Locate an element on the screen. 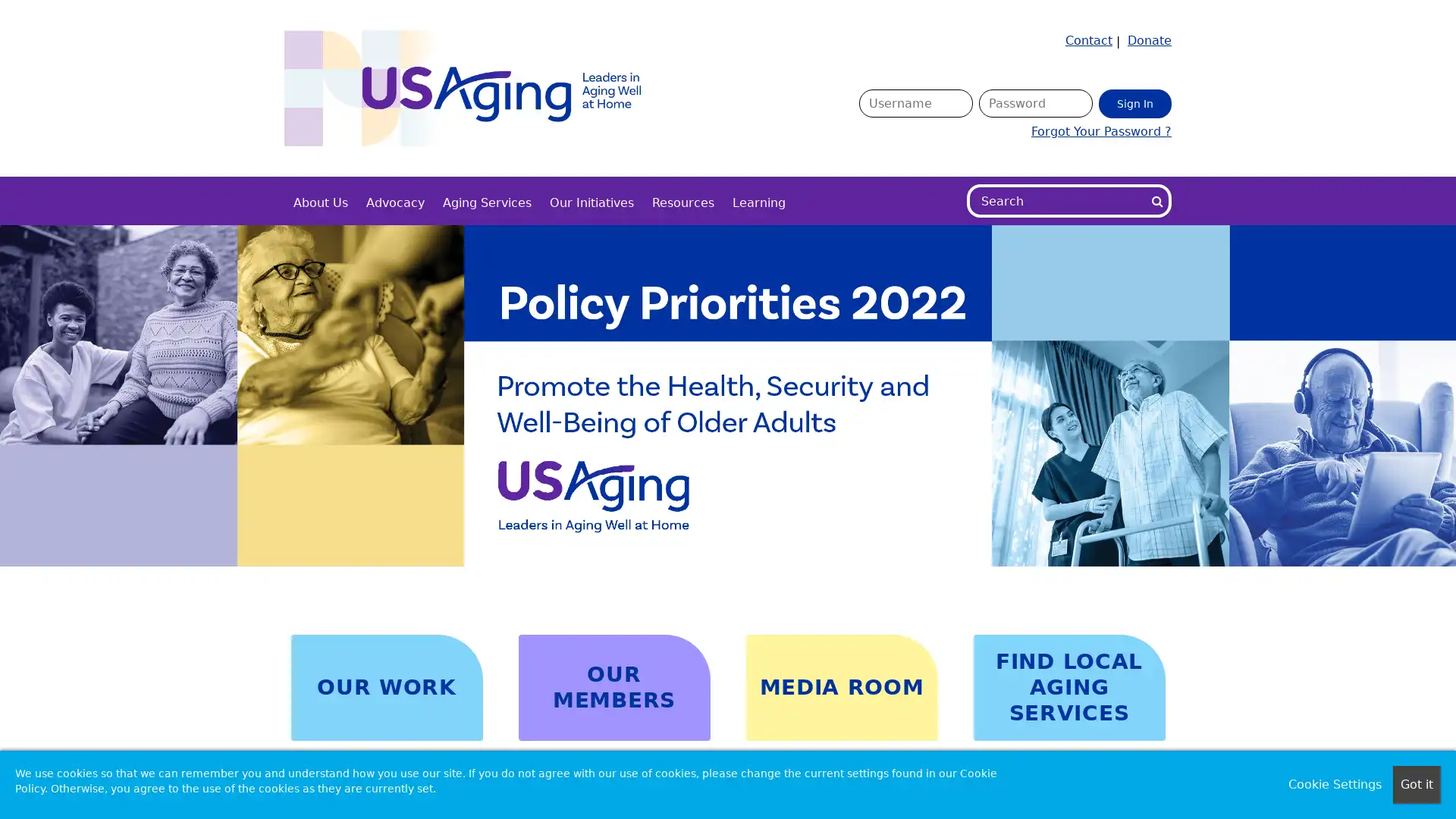 The width and height of the screenshot is (1456, 819). Got it is located at coordinates (1416, 784).